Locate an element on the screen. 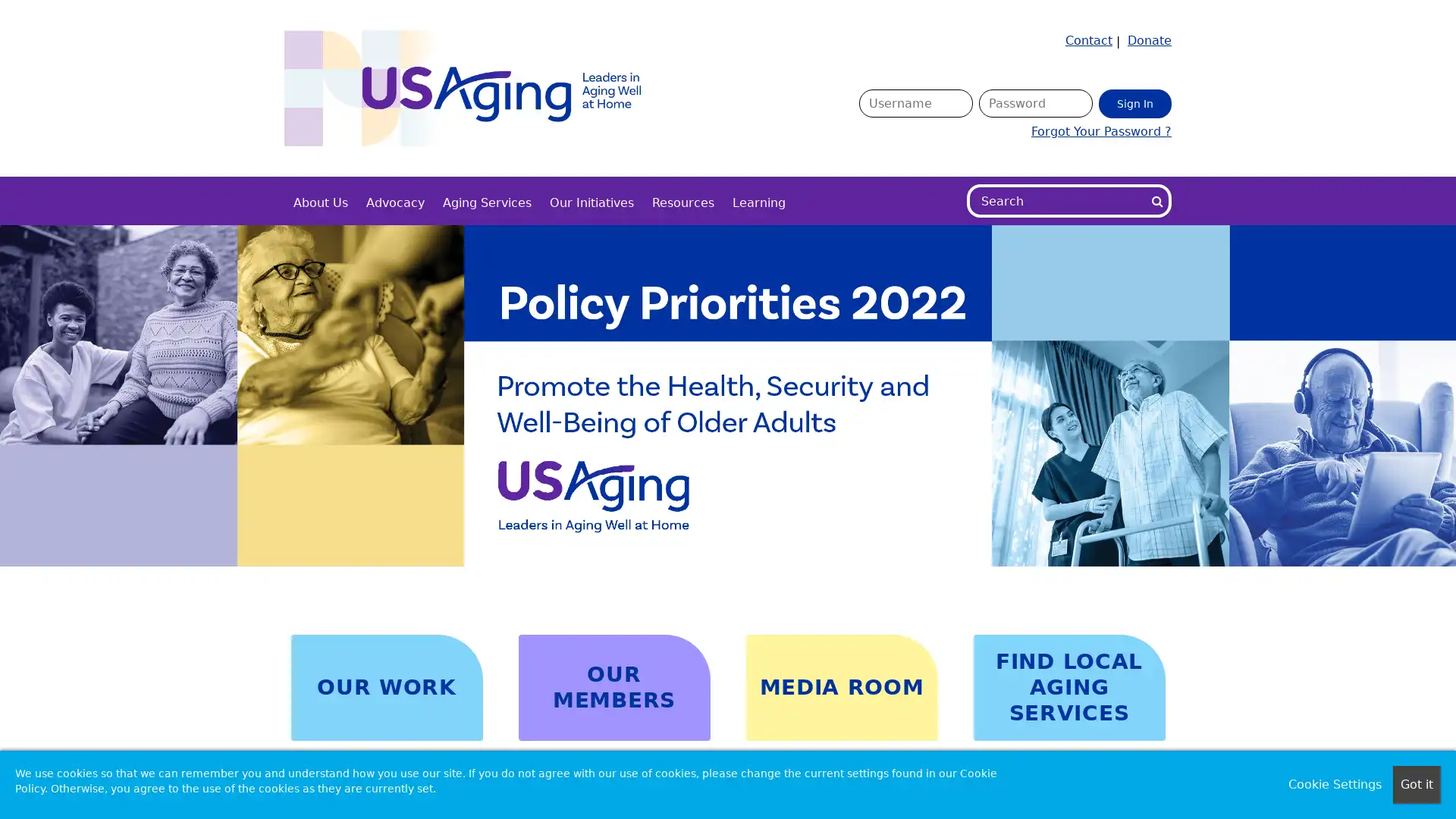 The width and height of the screenshot is (1456, 819). Got it is located at coordinates (1416, 784).